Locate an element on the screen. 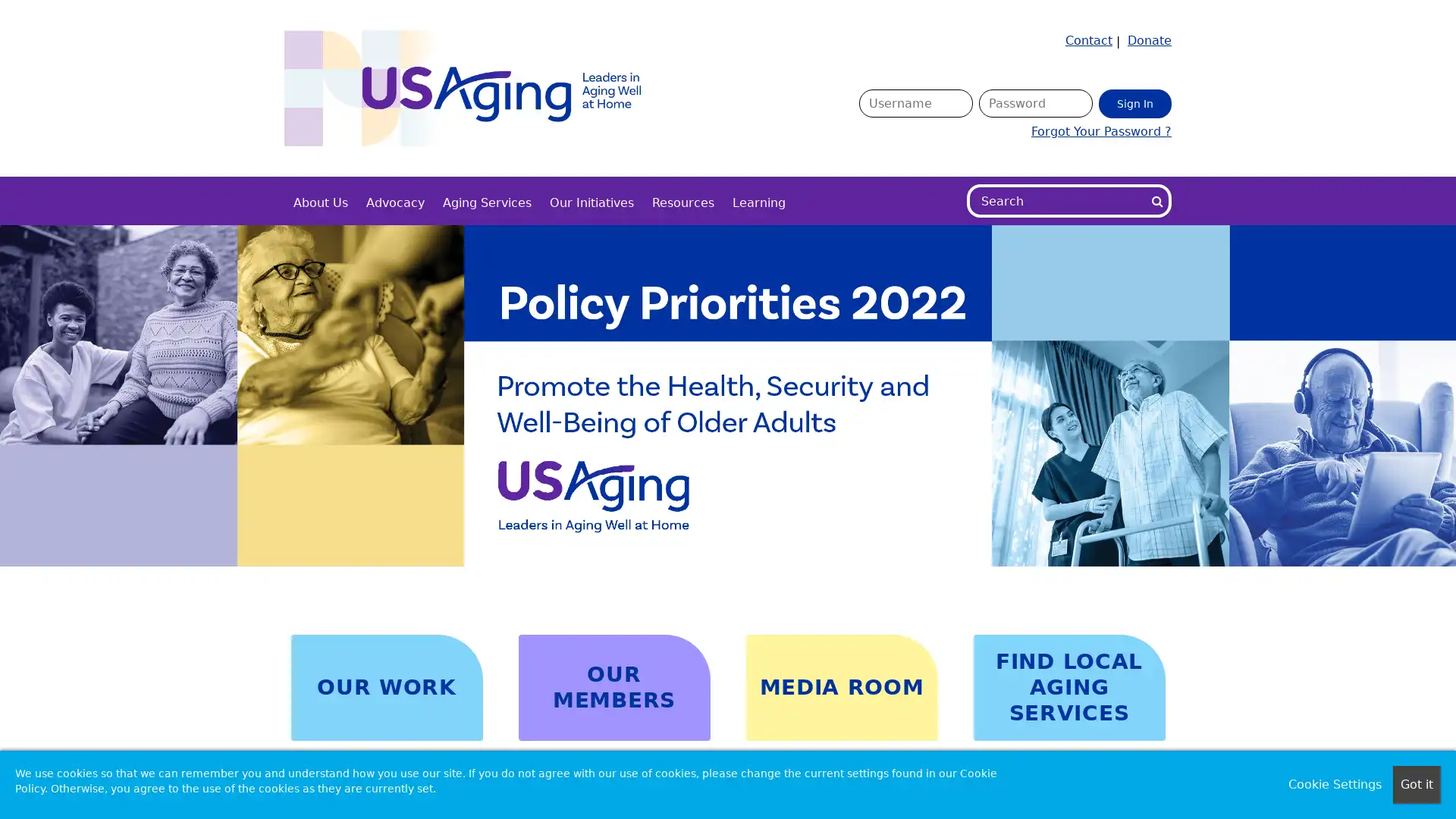 The width and height of the screenshot is (1456, 819). Got it is located at coordinates (1416, 784).